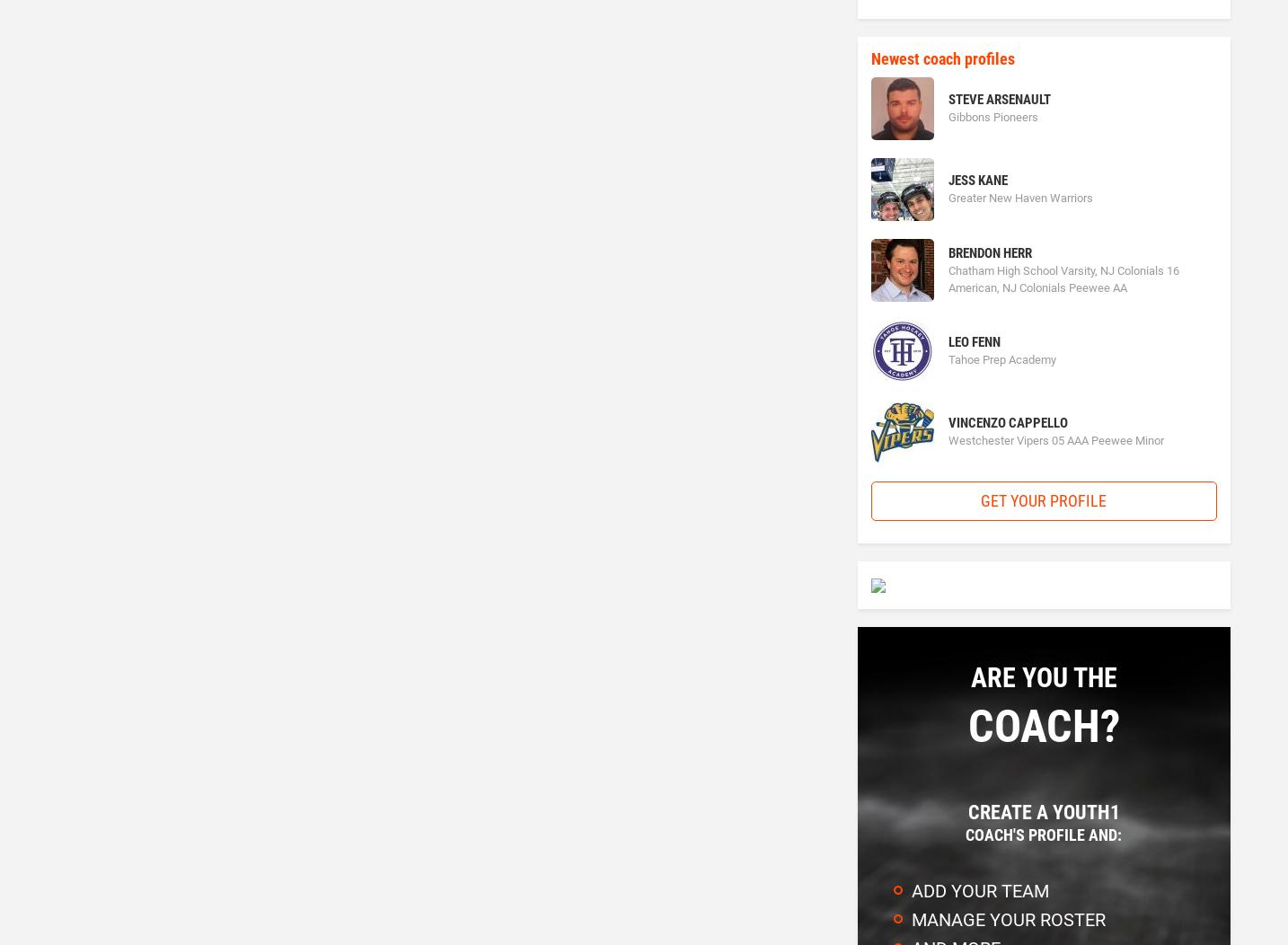 This screenshot has width=1288, height=945. Describe the element at coordinates (946, 340) in the screenshot. I see `'Leo Fenn'` at that location.